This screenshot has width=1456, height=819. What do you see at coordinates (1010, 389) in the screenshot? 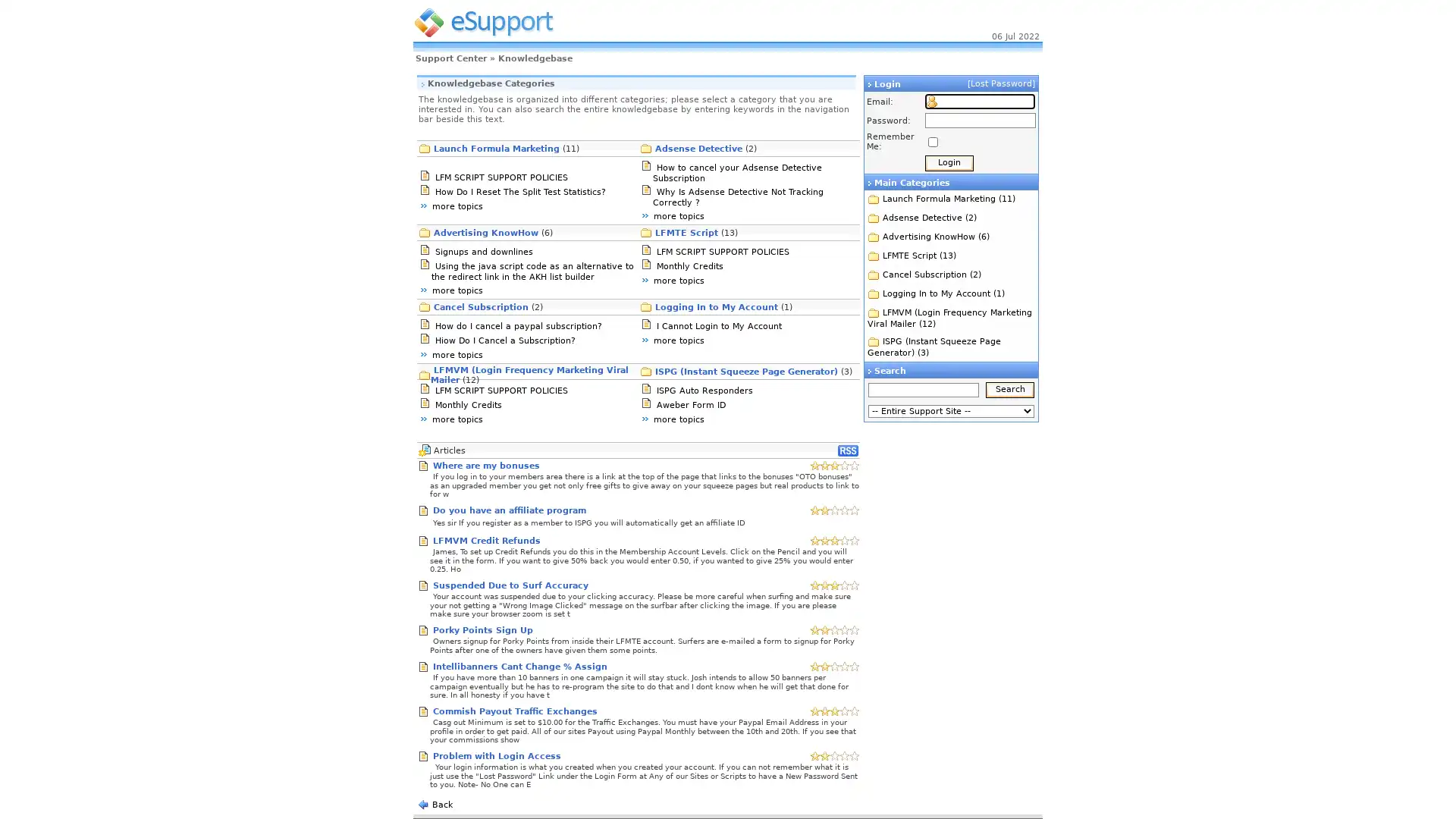
I see `Search` at bounding box center [1010, 389].